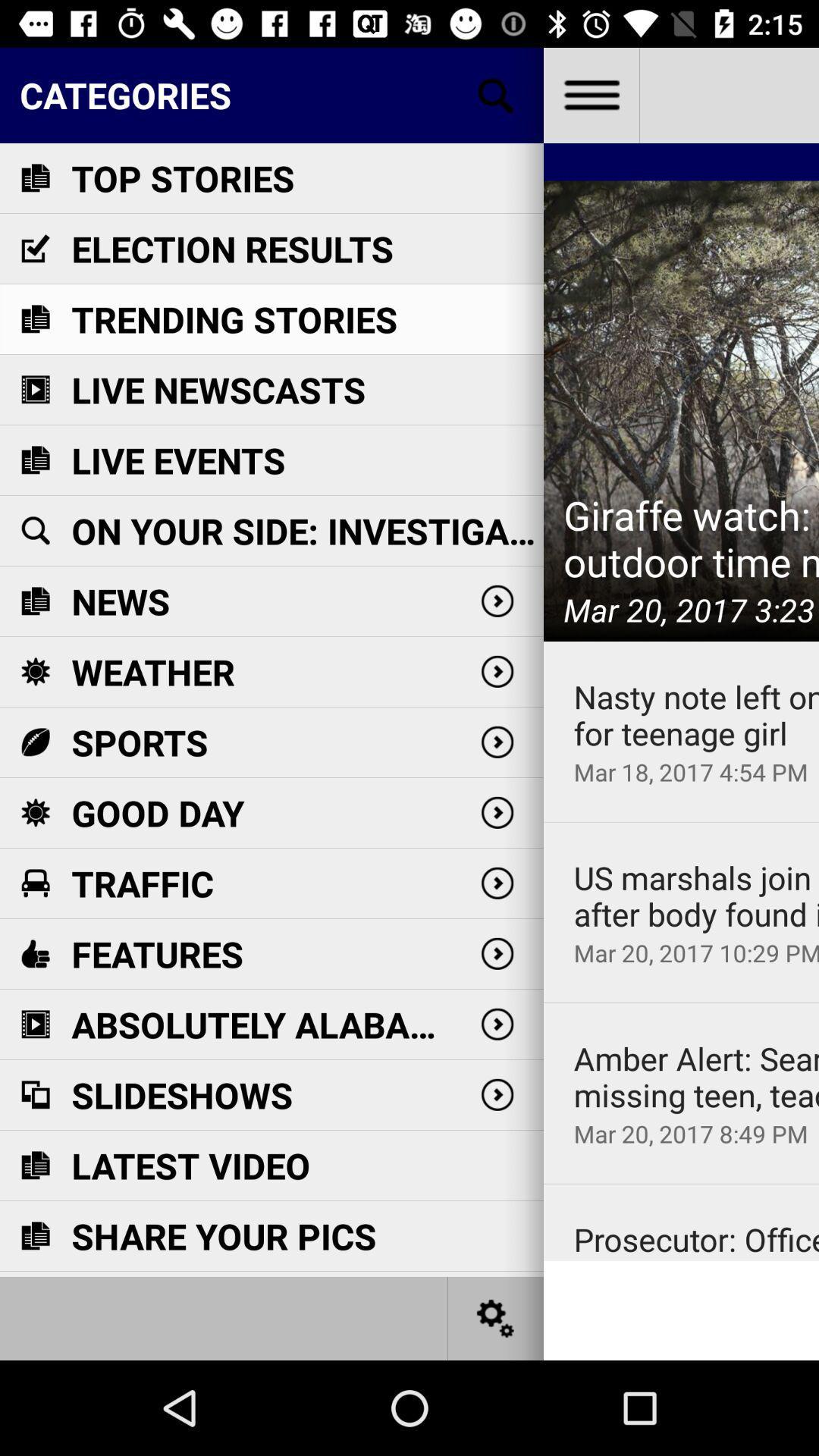 This screenshot has width=819, height=1456. I want to click on drop down menu, so click(590, 94).